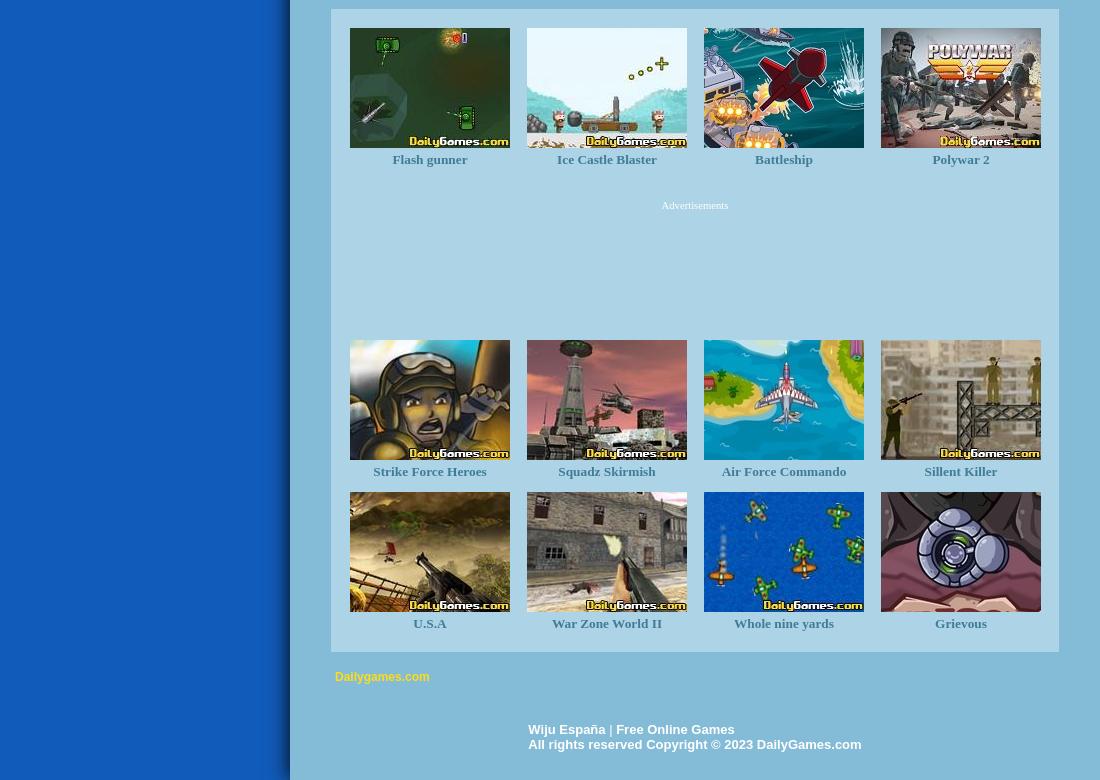  What do you see at coordinates (428, 623) in the screenshot?
I see `'U.S.A'` at bounding box center [428, 623].